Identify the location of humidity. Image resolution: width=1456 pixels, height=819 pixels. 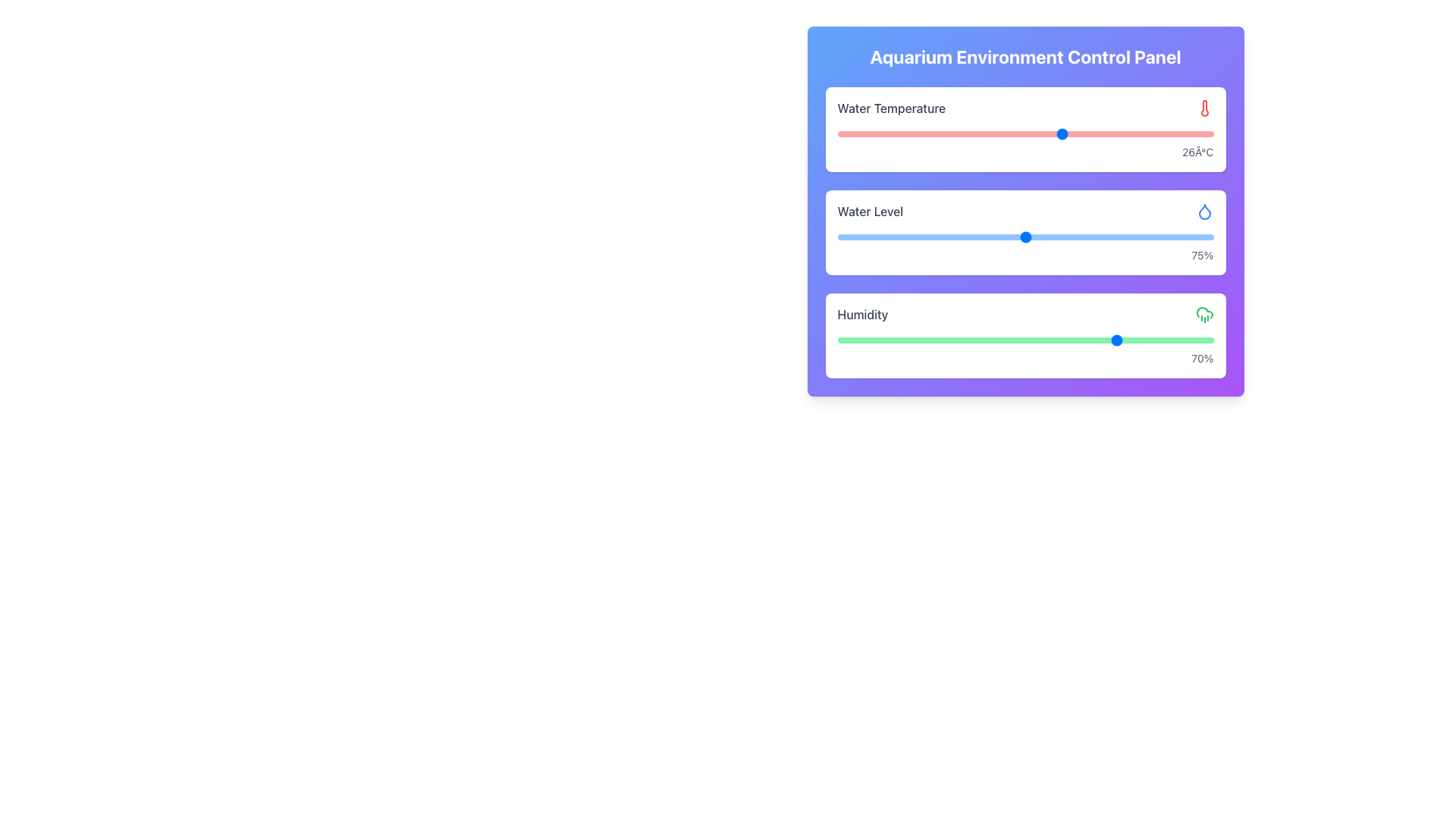
(1128, 339).